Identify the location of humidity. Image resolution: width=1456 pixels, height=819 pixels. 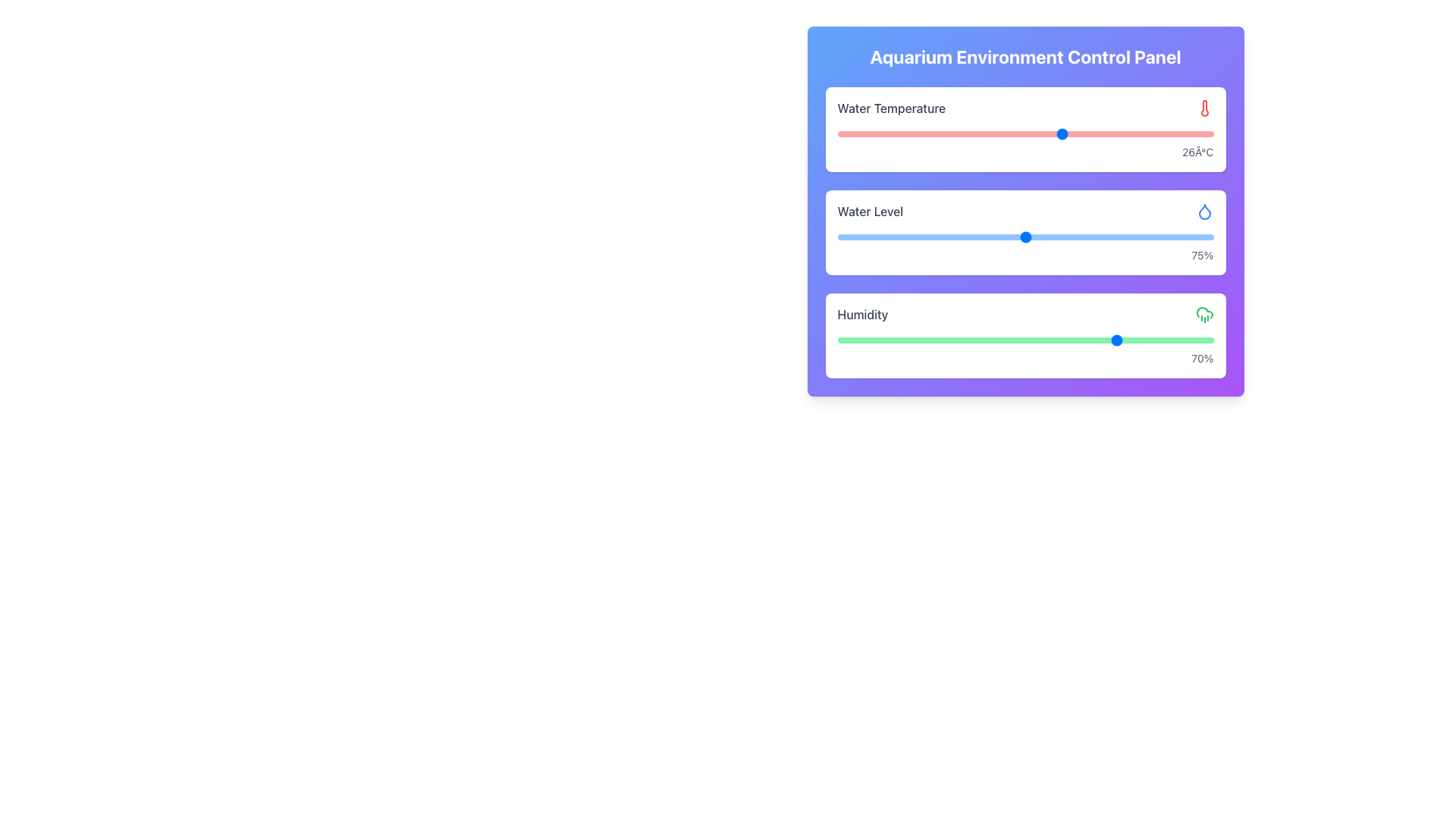
(1128, 339).